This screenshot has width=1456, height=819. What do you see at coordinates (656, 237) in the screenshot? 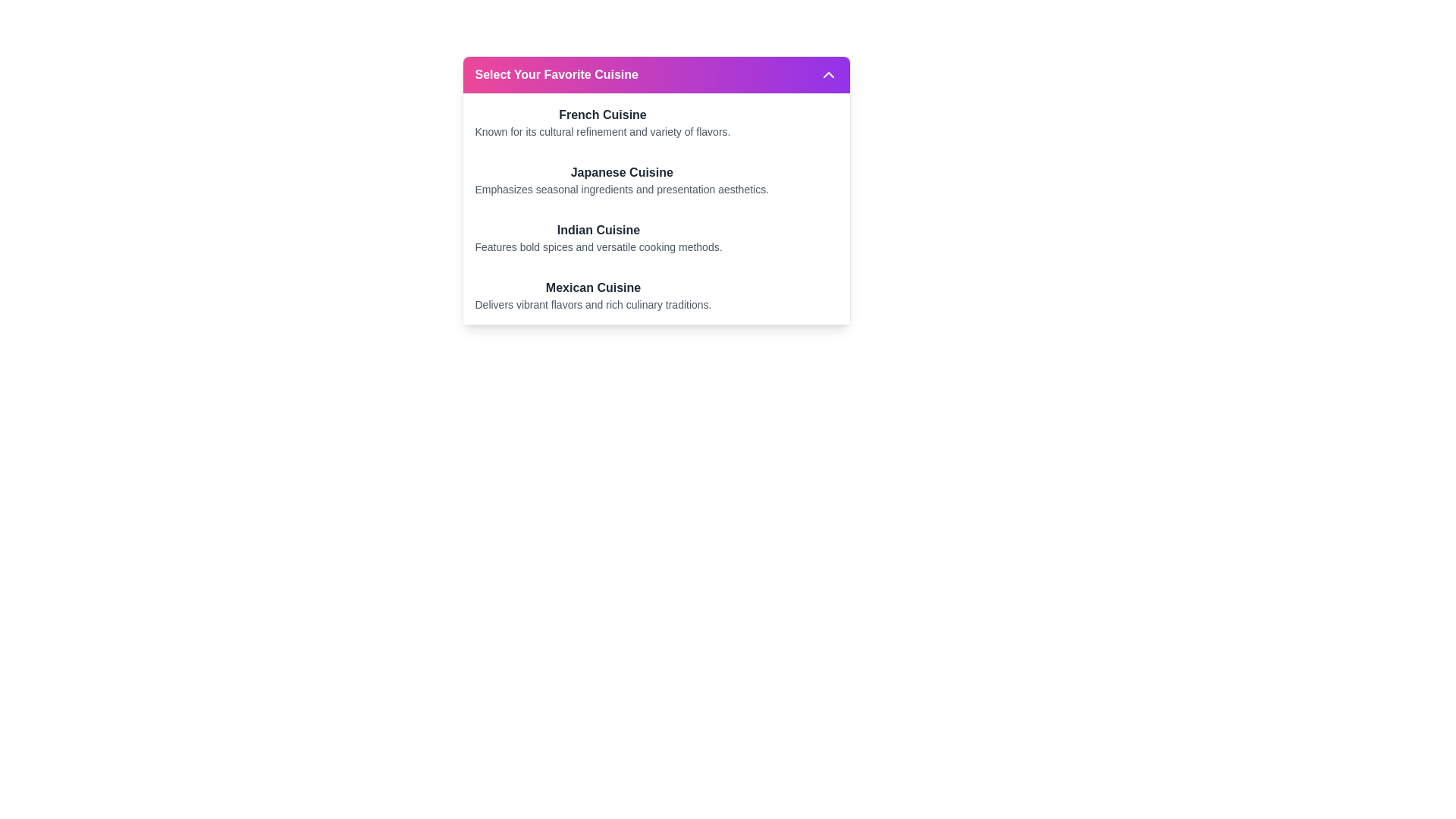
I see `the 'Indian Cuisine' option in the vertical list of cuisine preferences, which is the third item below 'French Cuisine' and above 'Mexican Cuisine'` at bounding box center [656, 237].